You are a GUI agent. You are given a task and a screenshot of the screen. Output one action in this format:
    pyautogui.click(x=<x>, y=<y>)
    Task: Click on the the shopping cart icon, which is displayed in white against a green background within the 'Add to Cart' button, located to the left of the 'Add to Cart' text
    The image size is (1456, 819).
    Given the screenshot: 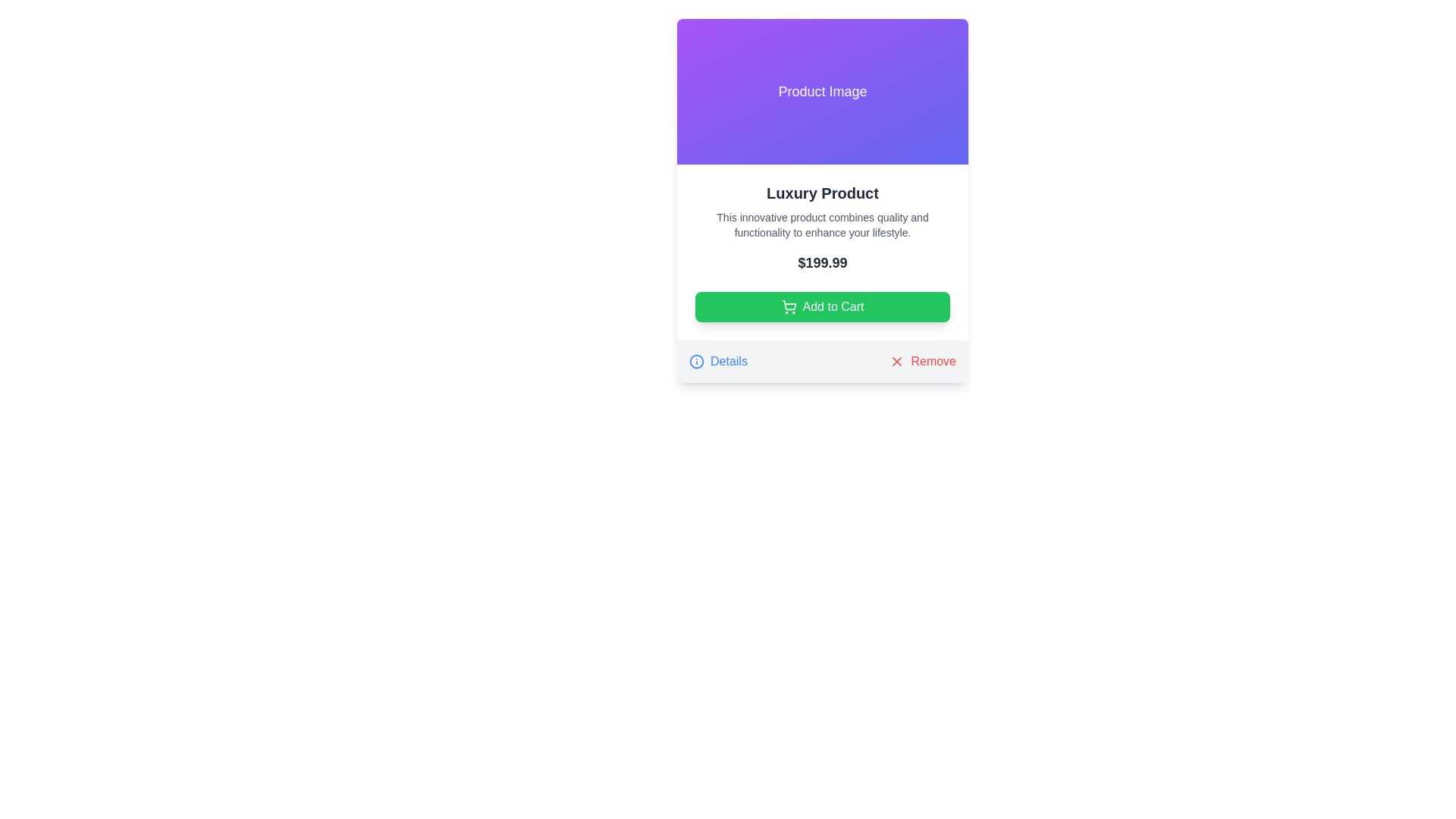 What is the action you would take?
    pyautogui.click(x=789, y=307)
    